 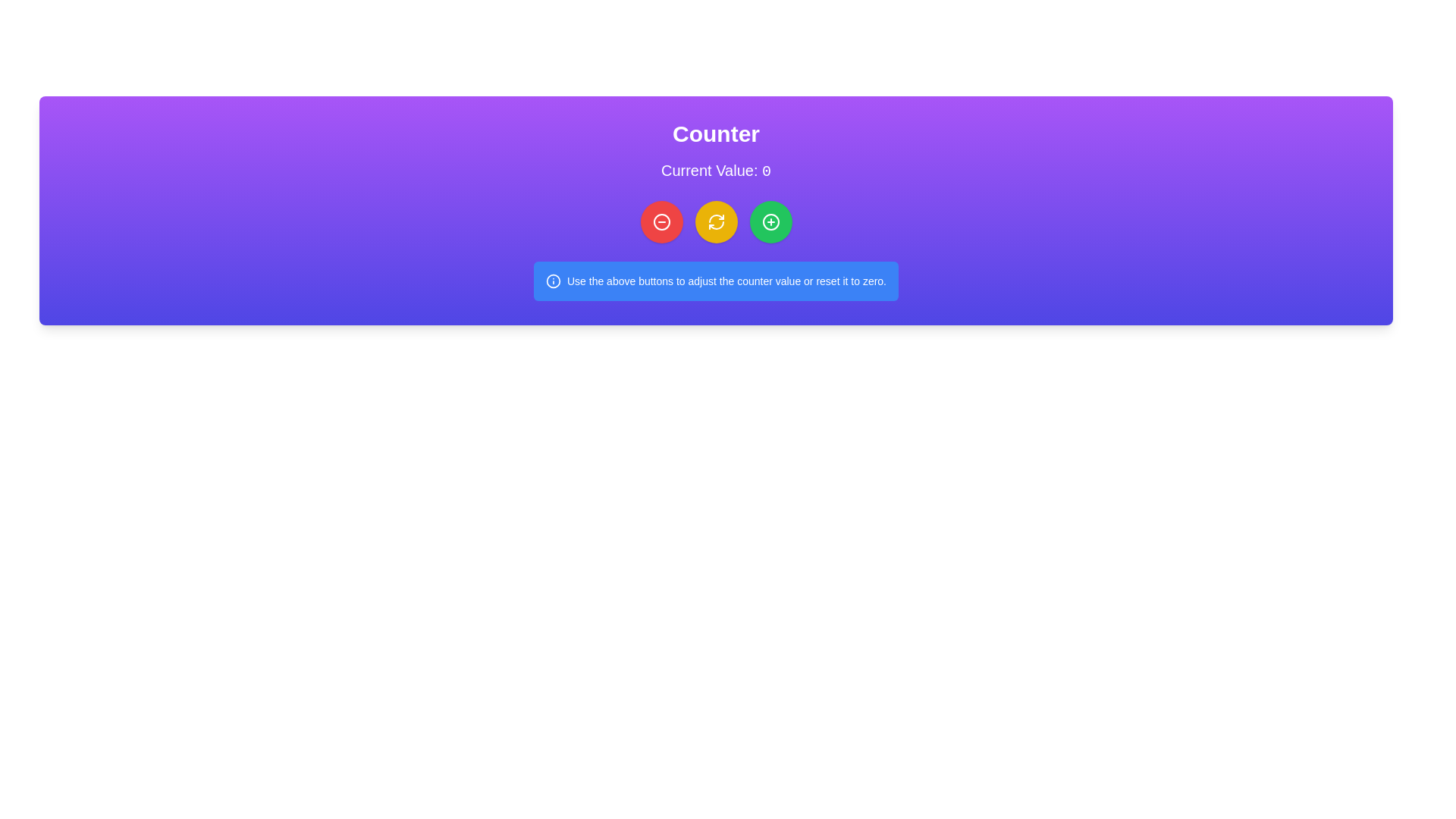 What do you see at coordinates (726, 281) in the screenshot?
I see `the static text that provides informational guidelines for users, positioned inside a blue box below the three circular buttons (red, yellow, and green) on a purple gradient background` at bounding box center [726, 281].